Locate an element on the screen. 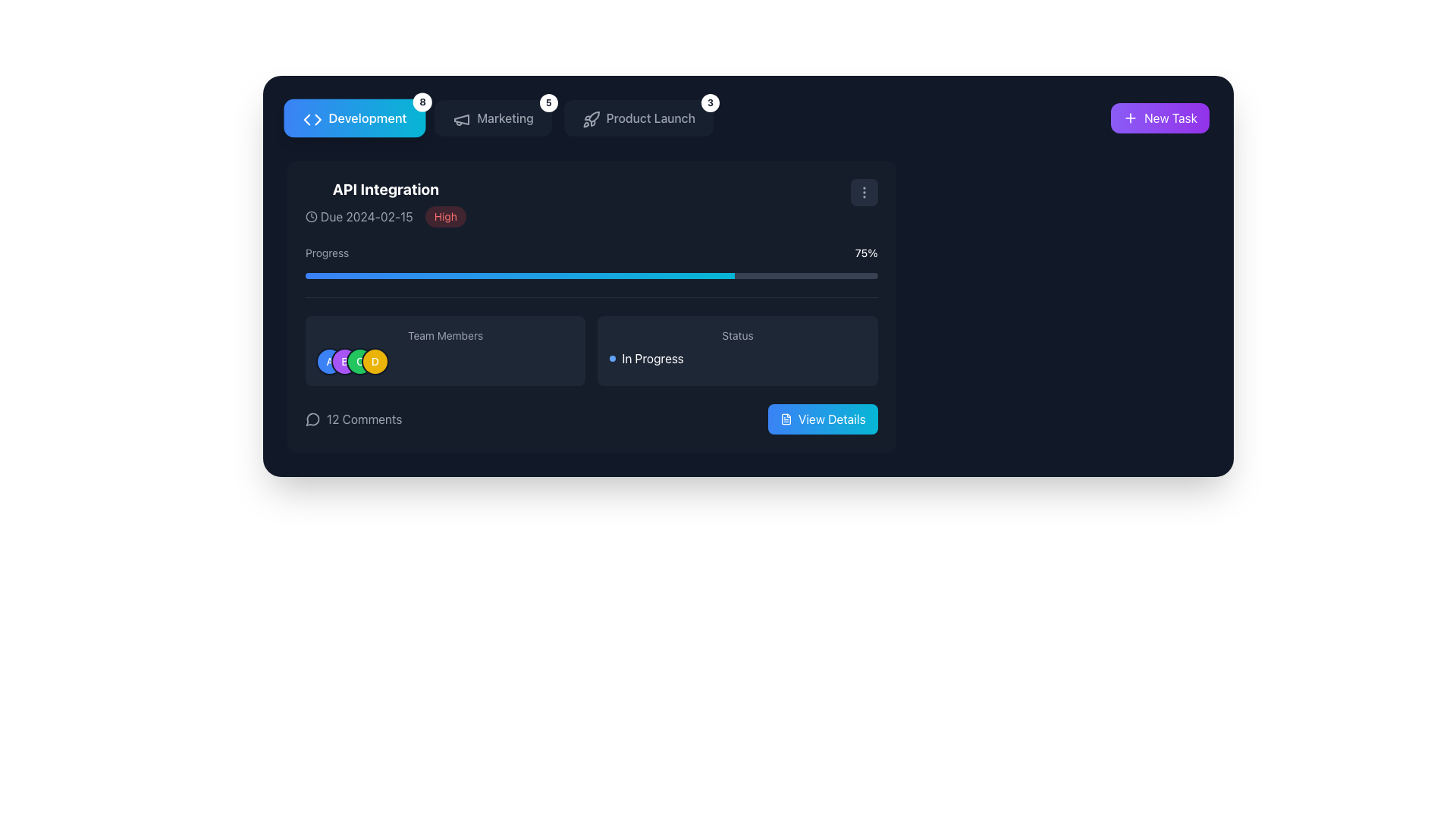 The width and height of the screenshot is (1456, 819). the 'Status' section of the Panel grouped information display is located at coordinates (591, 366).